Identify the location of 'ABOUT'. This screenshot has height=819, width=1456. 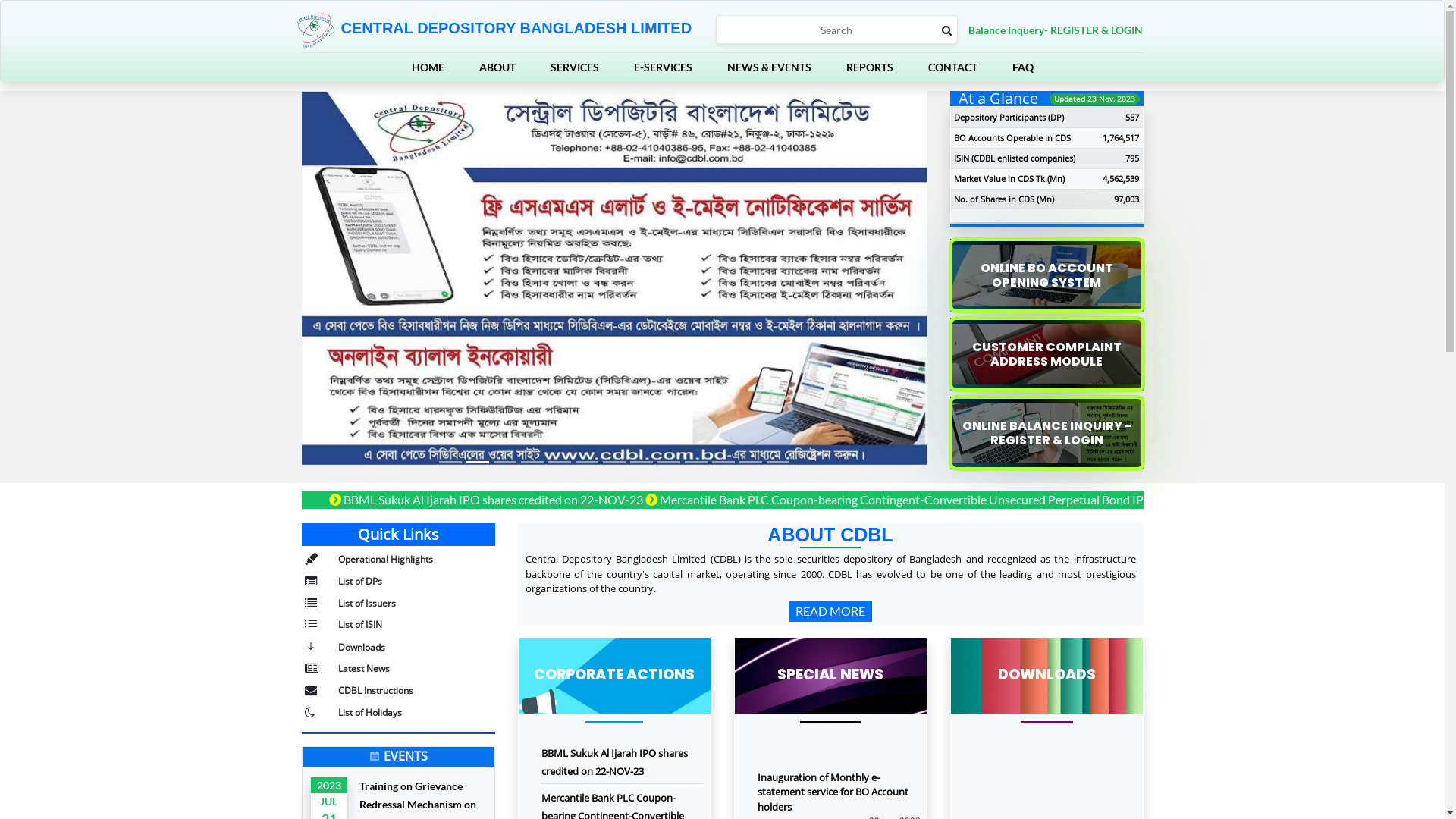
(497, 66).